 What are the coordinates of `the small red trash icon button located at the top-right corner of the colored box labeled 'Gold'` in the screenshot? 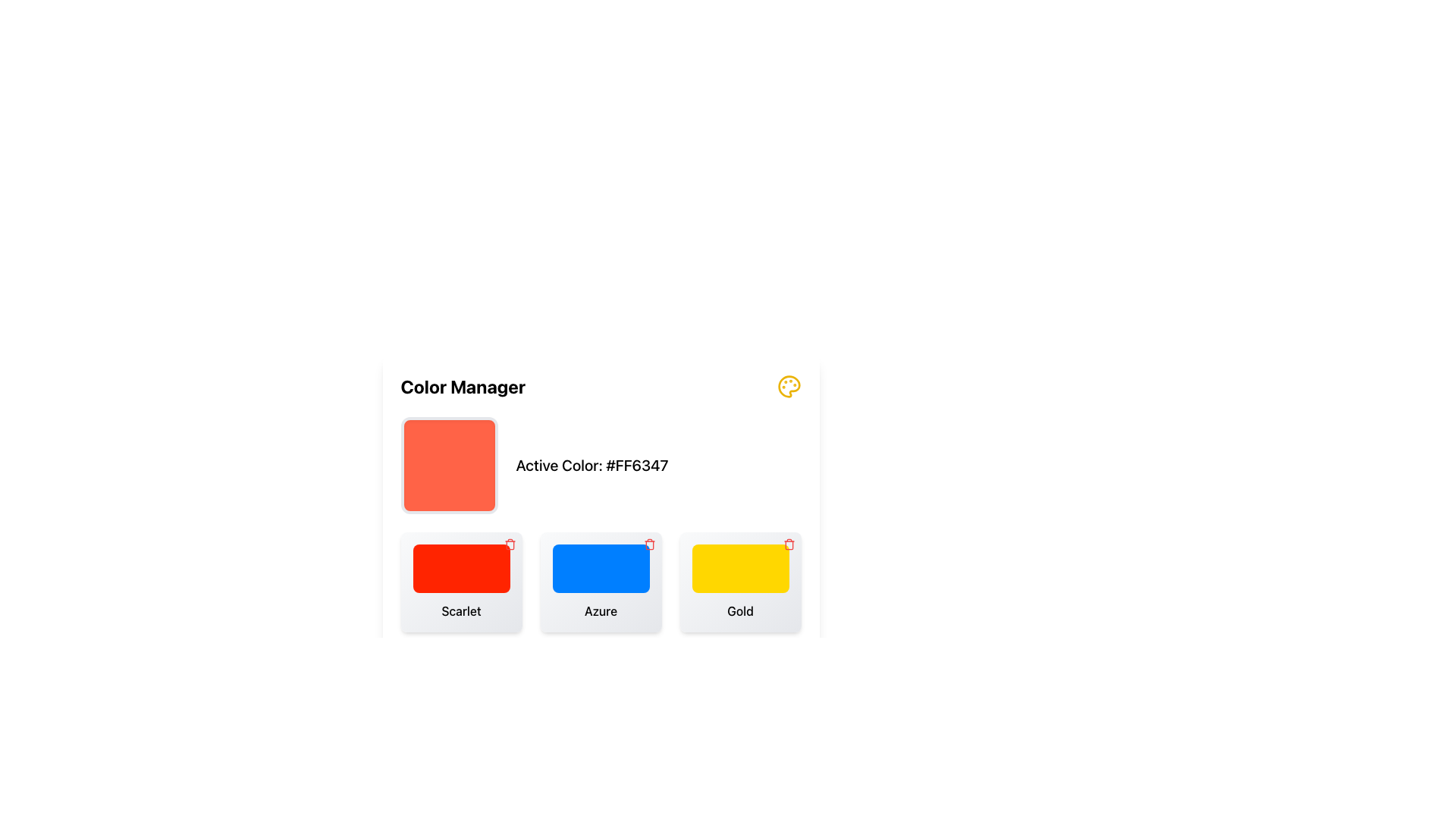 It's located at (789, 543).